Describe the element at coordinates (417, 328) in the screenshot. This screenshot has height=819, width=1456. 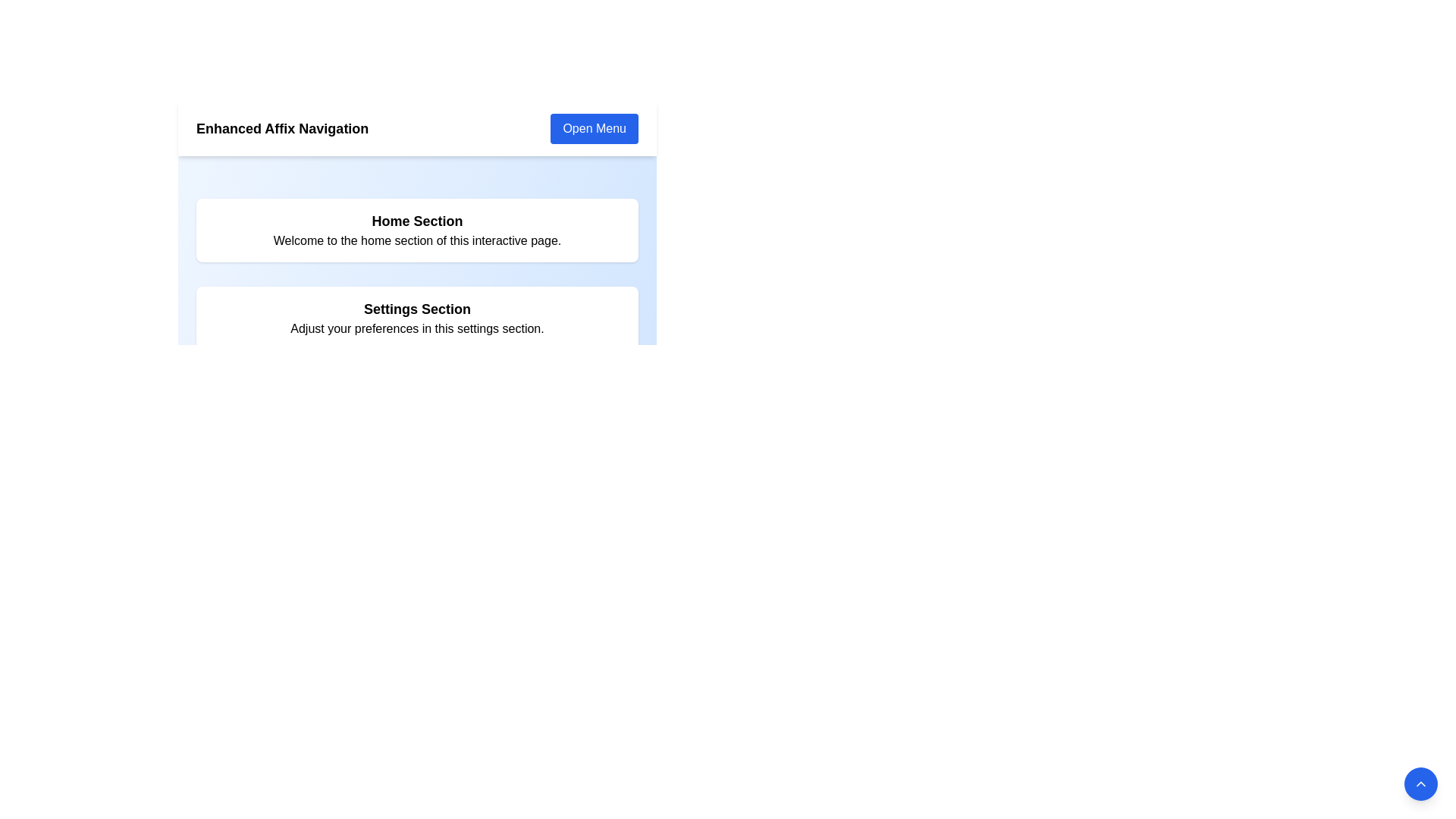
I see `the text element containing the sentence 'Adjust your preferences in this settings section.' located under the 'Settings Section' heading` at that location.